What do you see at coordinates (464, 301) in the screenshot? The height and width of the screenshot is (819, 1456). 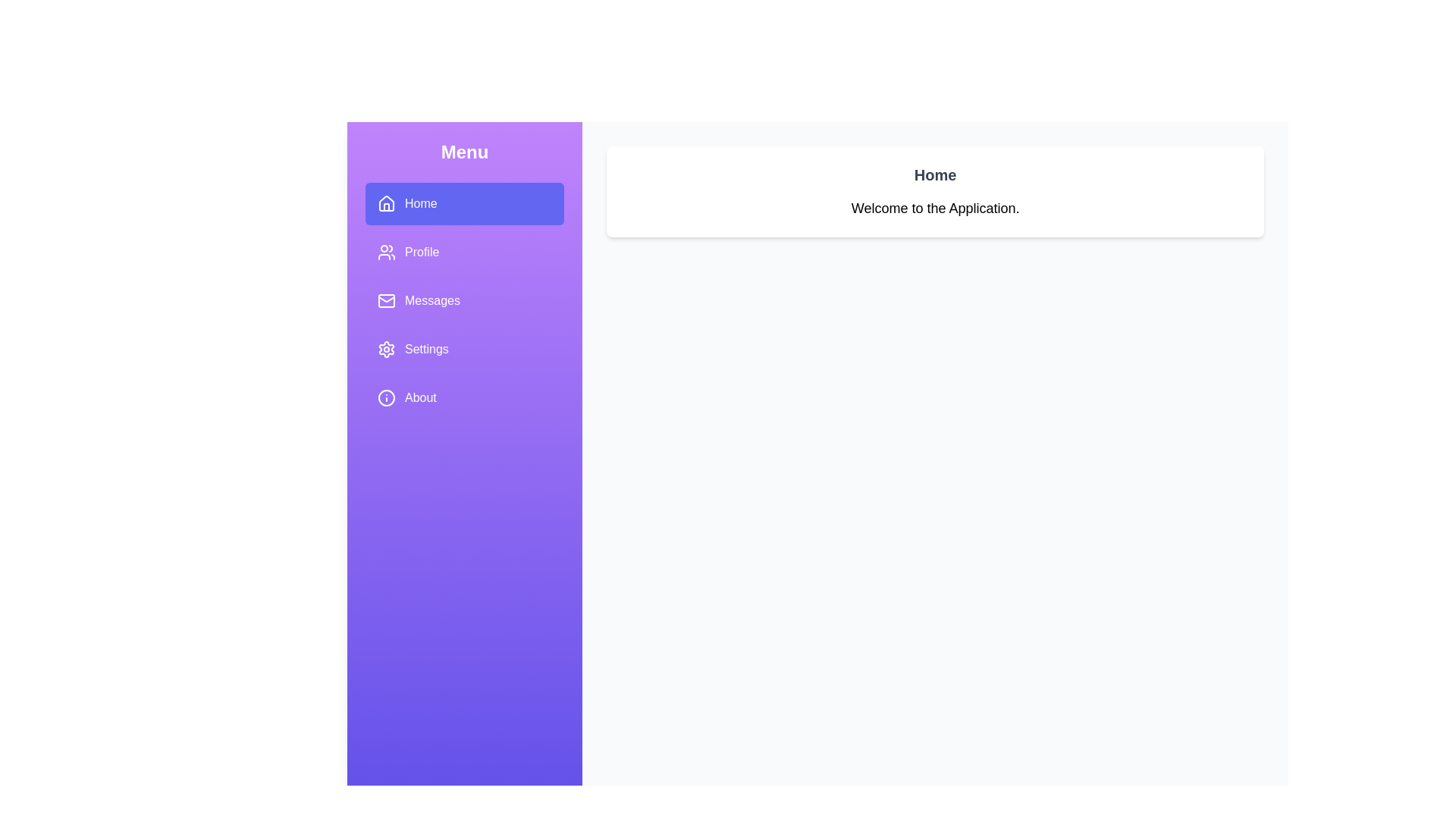 I see `the navigation button for accessing the 'Messages' section located in the vertical sidebar menu, positioned third from the top, between 'Profile' and 'Settings'` at bounding box center [464, 301].